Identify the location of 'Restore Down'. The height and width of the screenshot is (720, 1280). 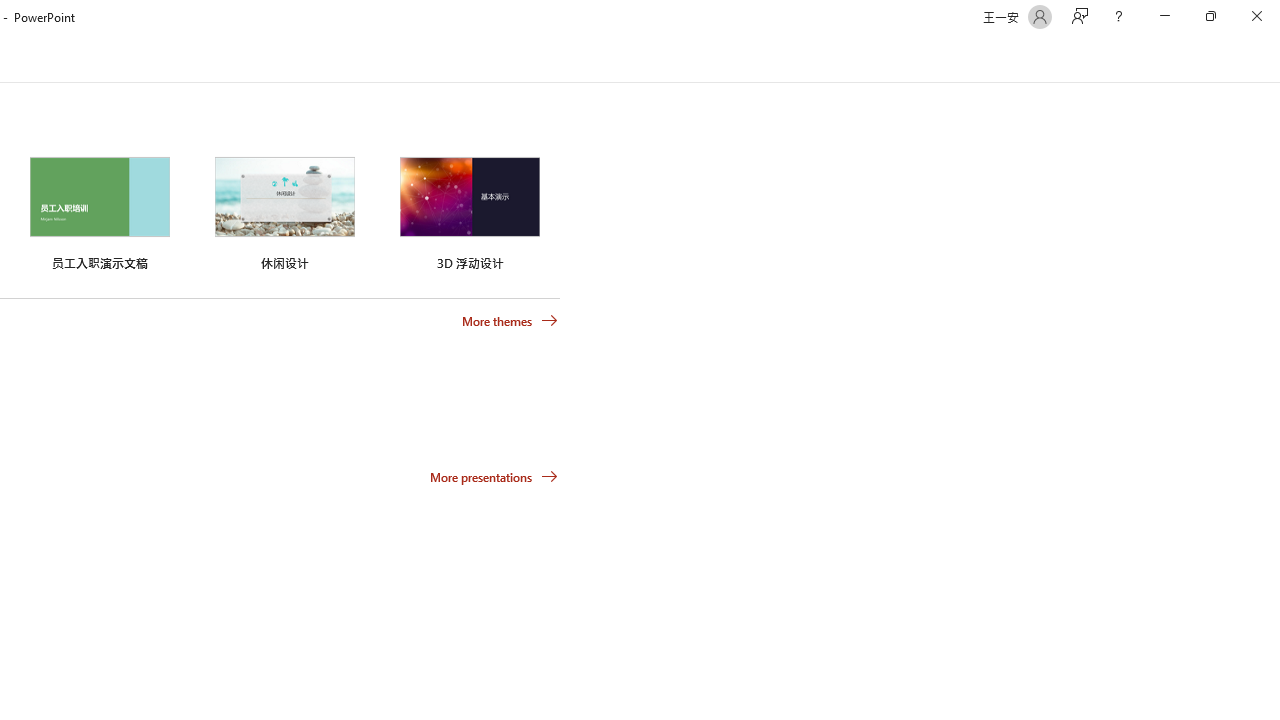
(1209, 16).